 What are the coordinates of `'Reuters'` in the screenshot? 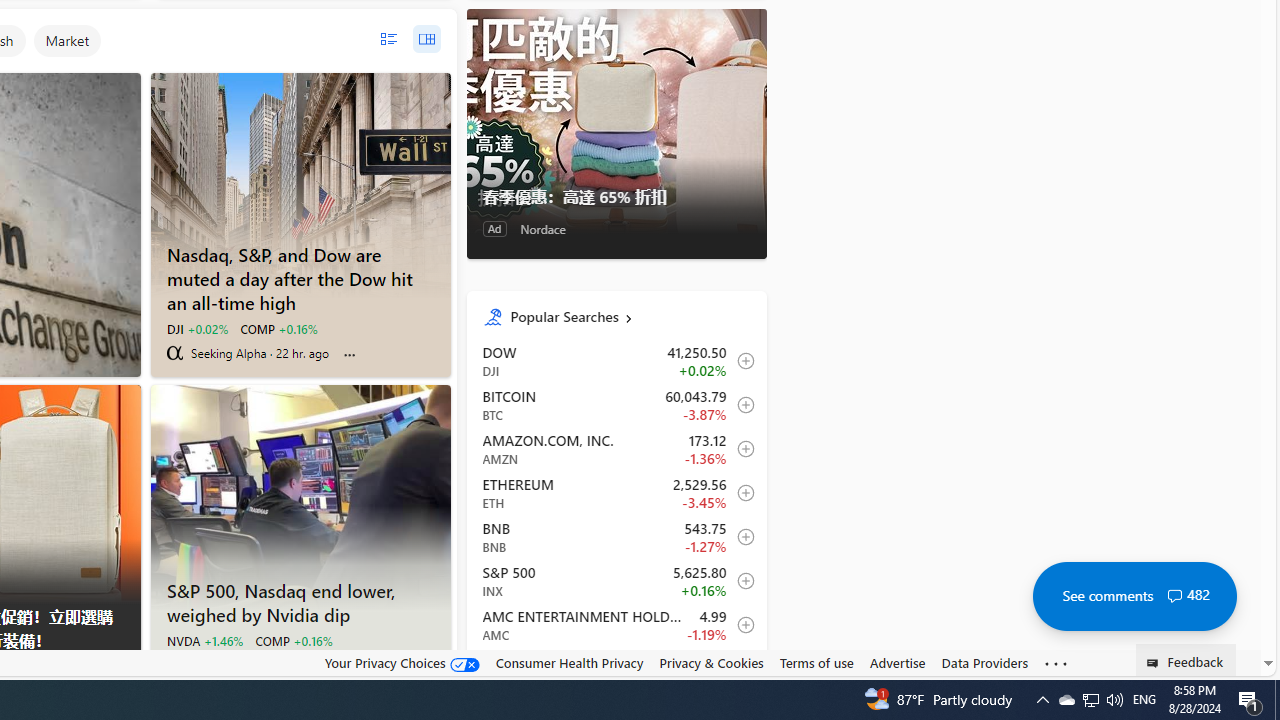 It's located at (174, 664).